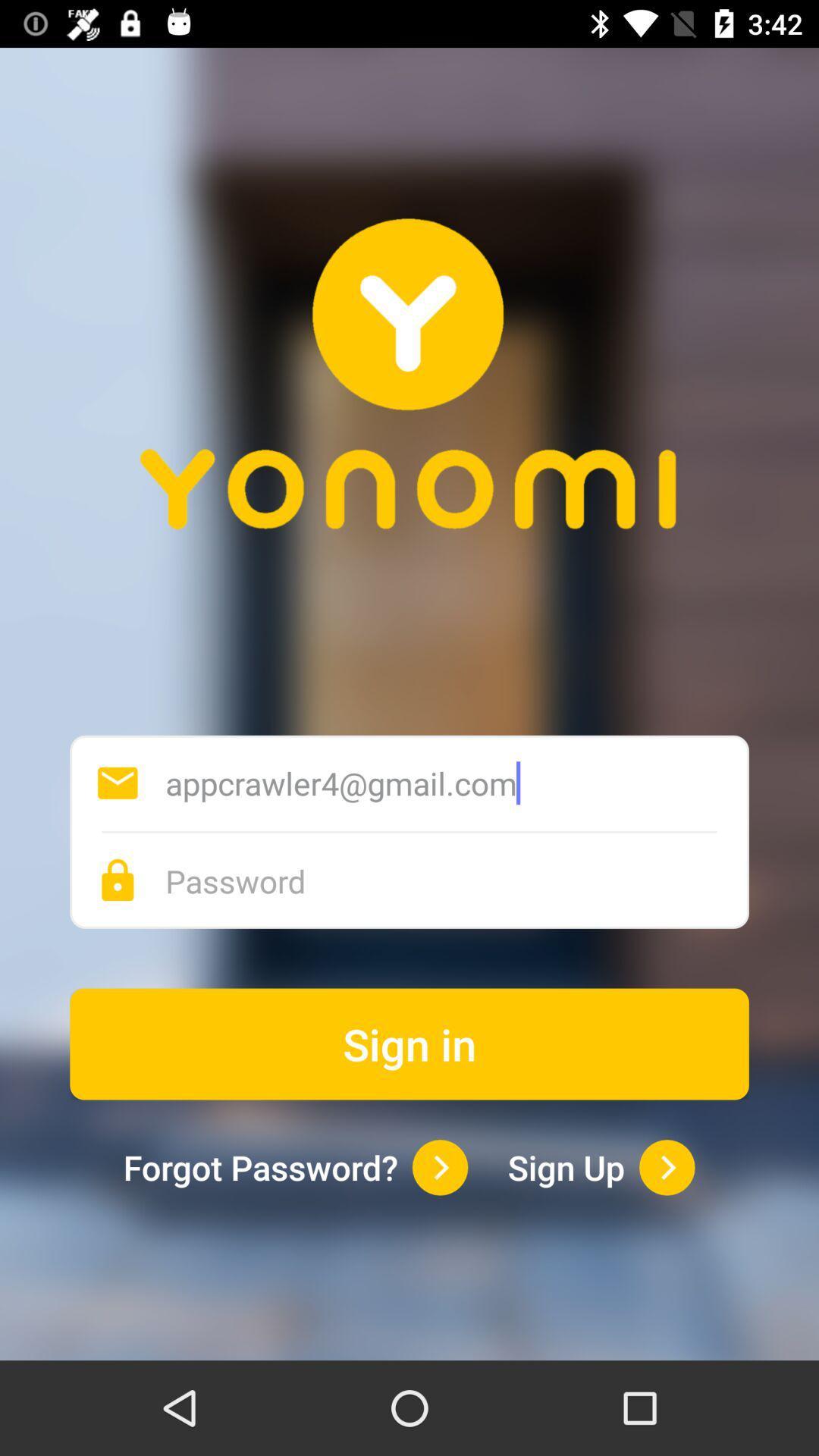 Image resolution: width=819 pixels, height=1456 pixels. What do you see at coordinates (666, 1166) in the screenshot?
I see `sign up page` at bounding box center [666, 1166].